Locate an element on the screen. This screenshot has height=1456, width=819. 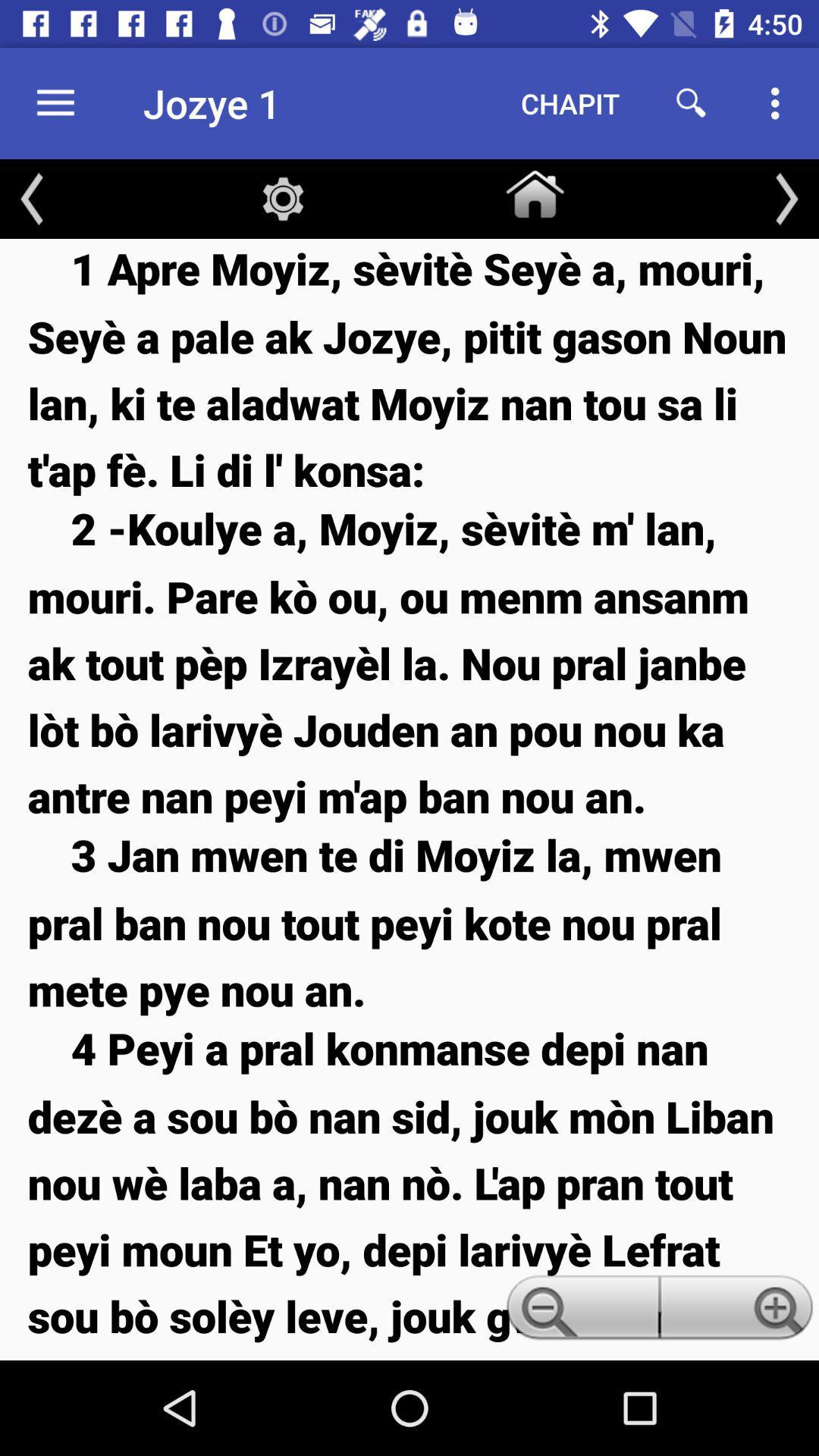
the item next to chapit is located at coordinates (691, 102).